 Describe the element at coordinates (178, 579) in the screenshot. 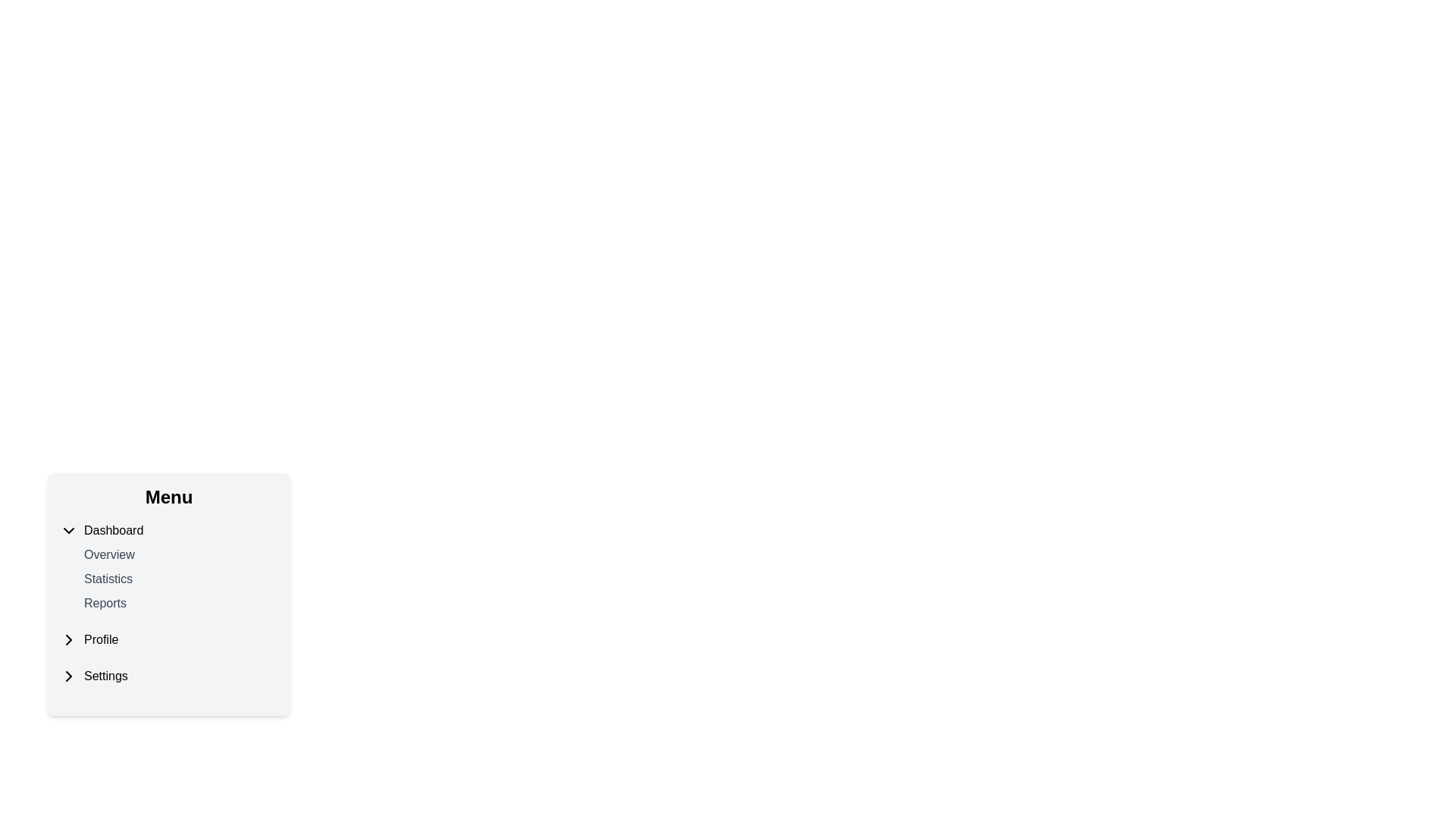

I see `the 'Reports' link in the vertical menu group located under the 'Dashboard' section` at that location.